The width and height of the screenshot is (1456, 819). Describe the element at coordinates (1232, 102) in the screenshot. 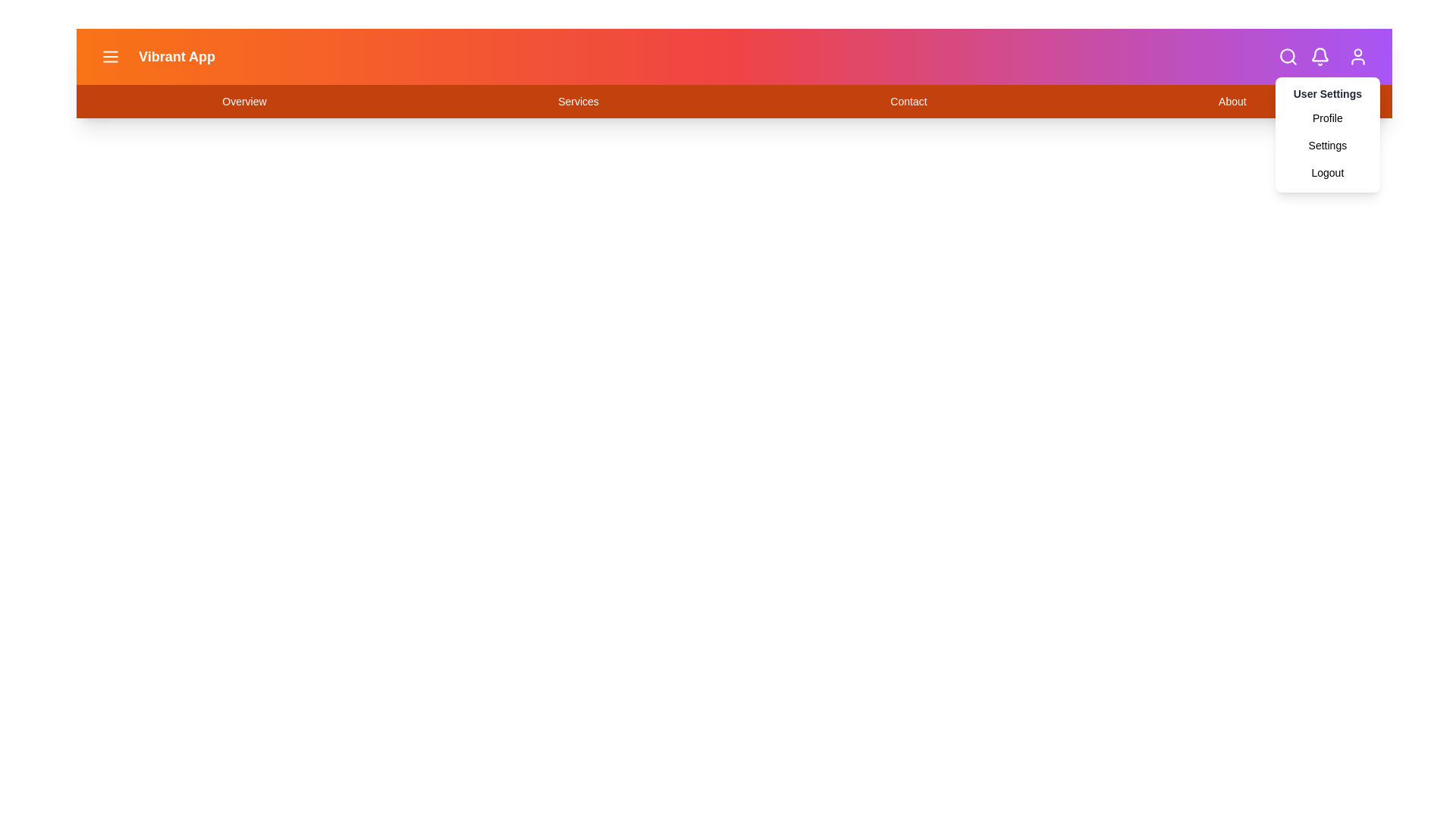

I see `the navigation link labeled About` at that location.